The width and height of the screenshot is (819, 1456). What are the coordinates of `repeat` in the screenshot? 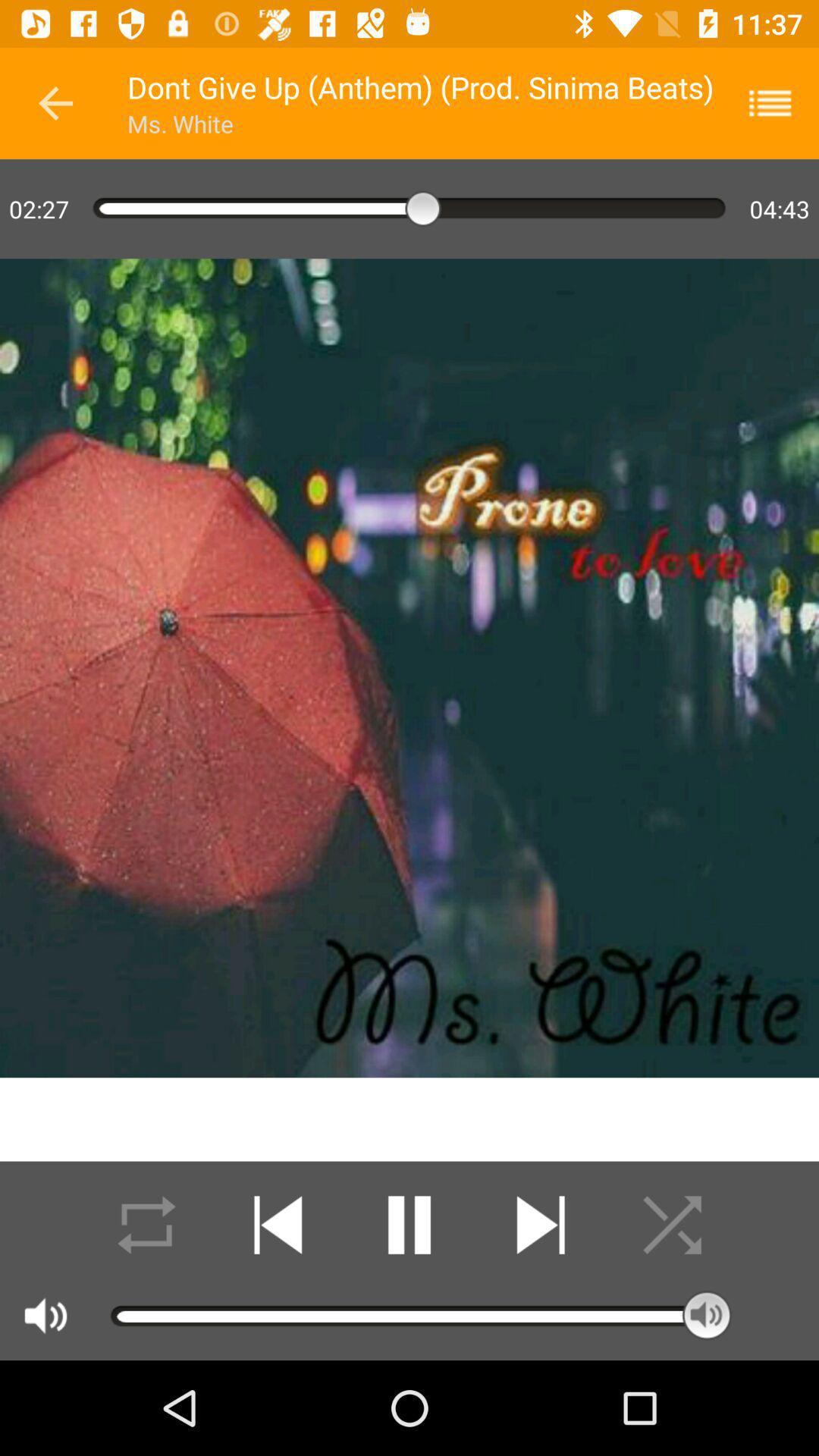 It's located at (146, 1225).